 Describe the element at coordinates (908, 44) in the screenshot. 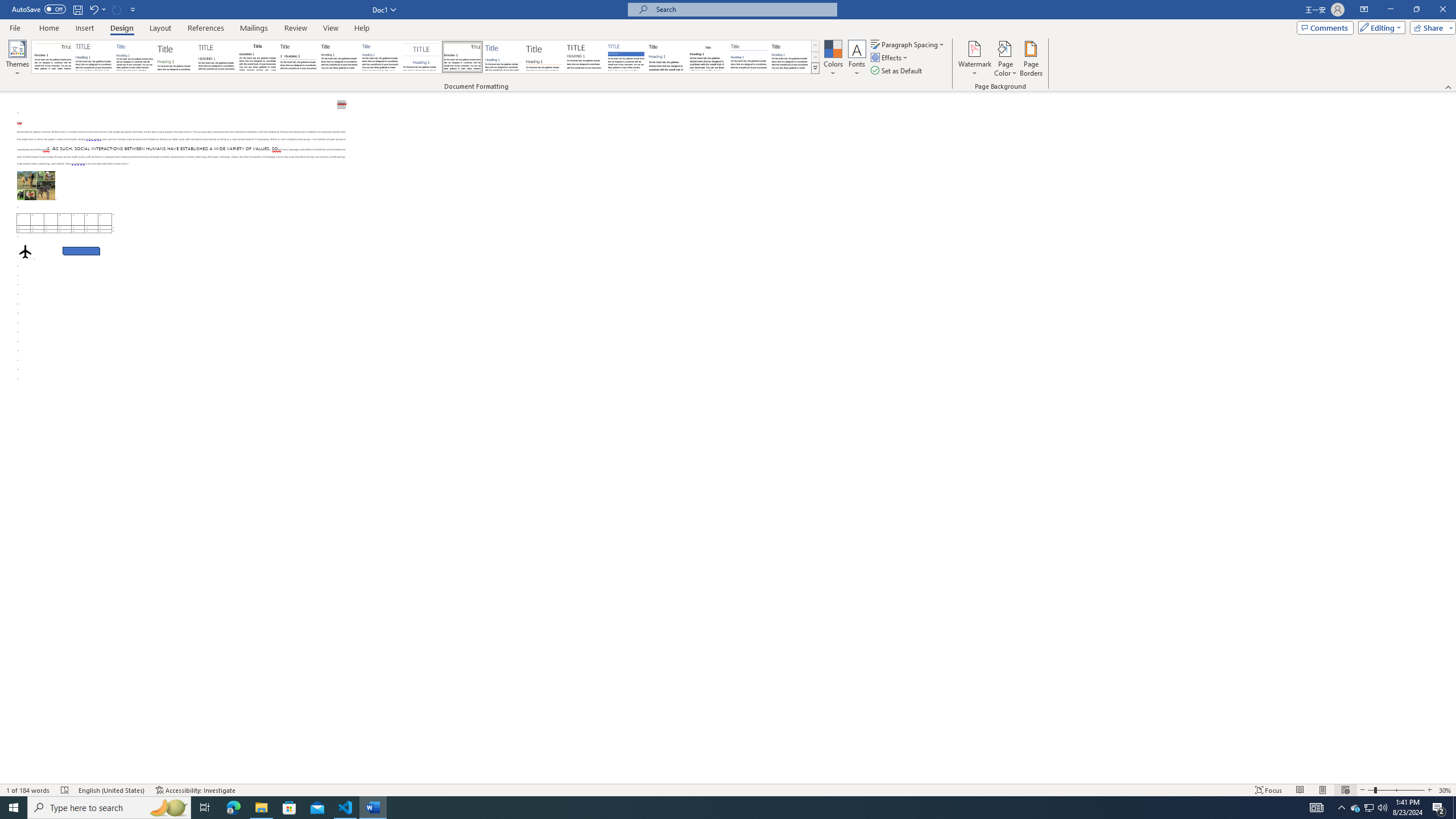

I see `'Paragraph Spacing'` at that location.